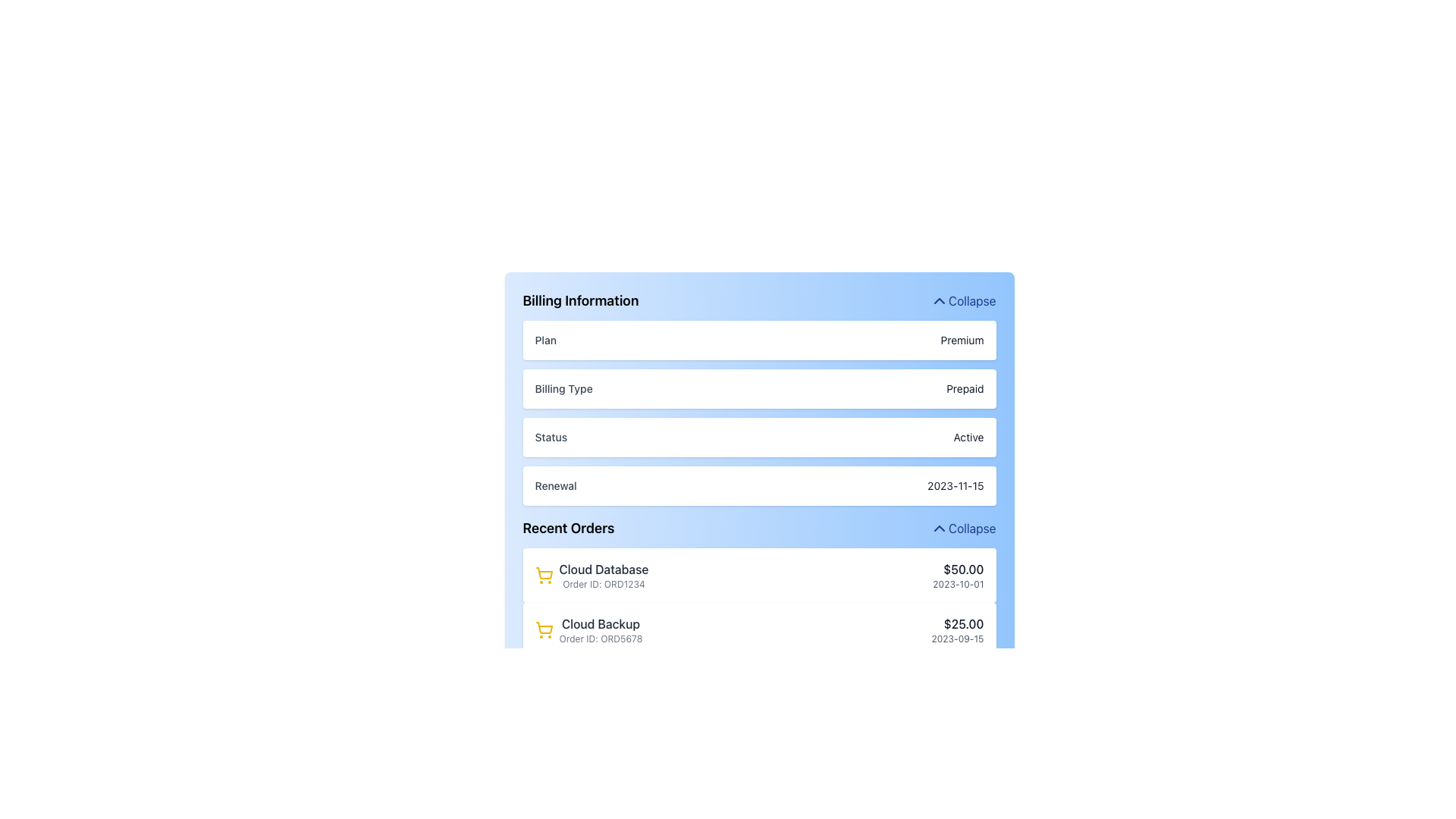 Image resolution: width=1456 pixels, height=819 pixels. What do you see at coordinates (759, 629) in the screenshot?
I see `the second row` at bounding box center [759, 629].